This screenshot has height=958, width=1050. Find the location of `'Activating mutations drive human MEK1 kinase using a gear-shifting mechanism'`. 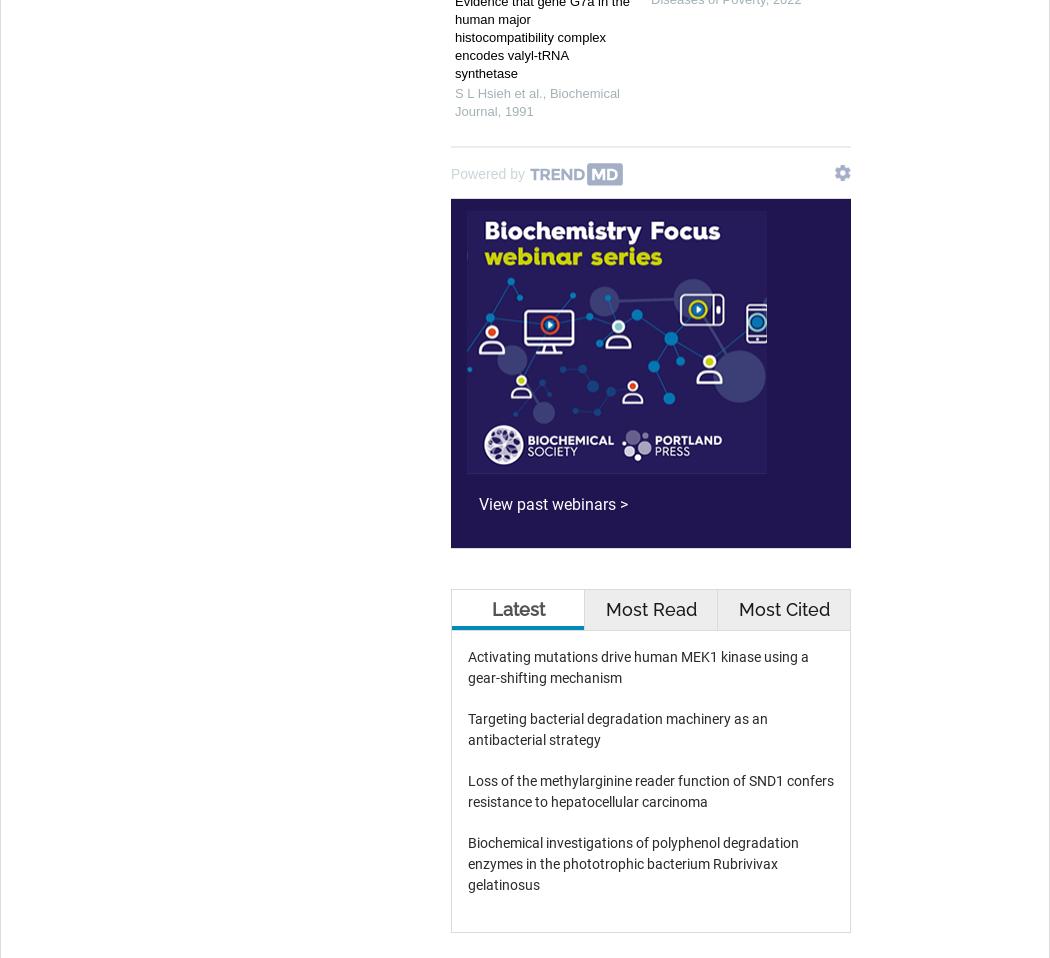

'Activating mutations drive human MEK1 kinase using a gear-shifting mechanism' is located at coordinates (638, 666).